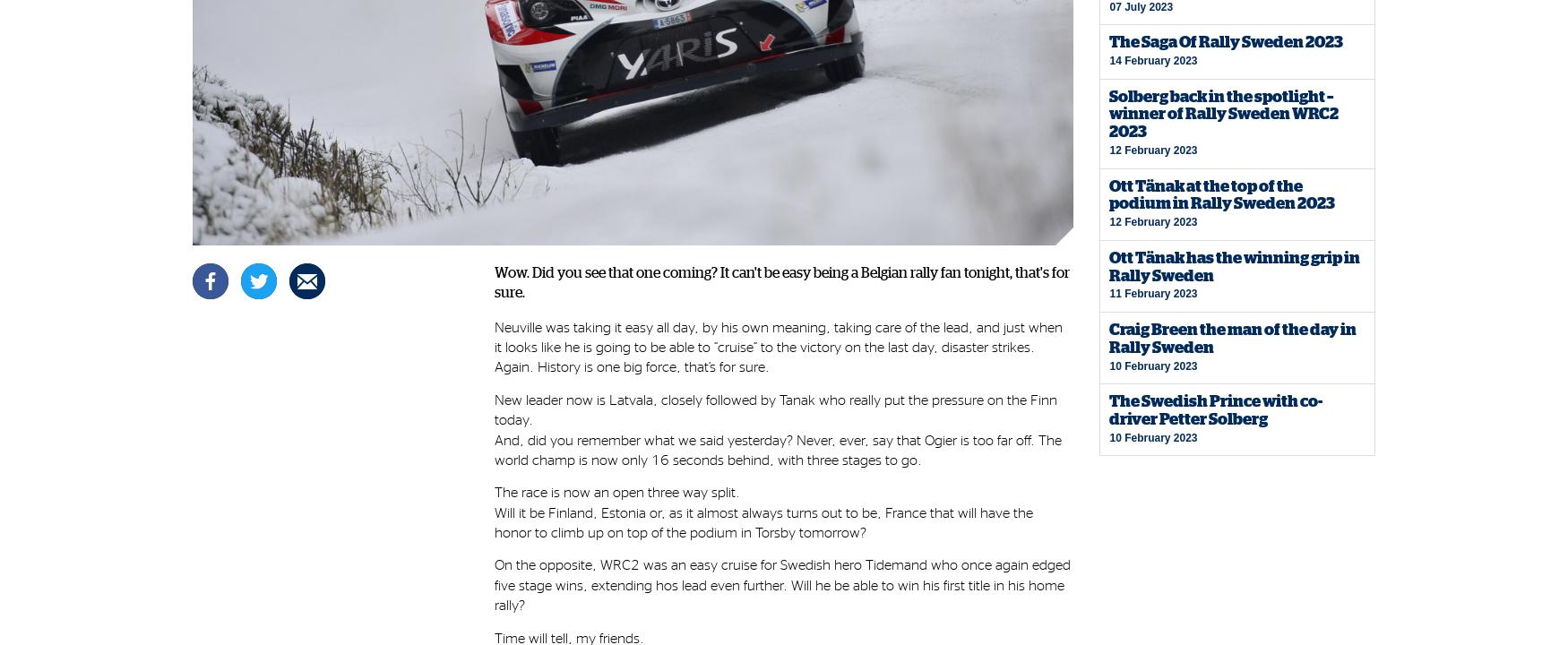  What do you see at coordinates (1108, 337) in the screenshot?
I see `'Craig Breen the man of the day in Rally Sweden'` at bounding box center [1108, 337].